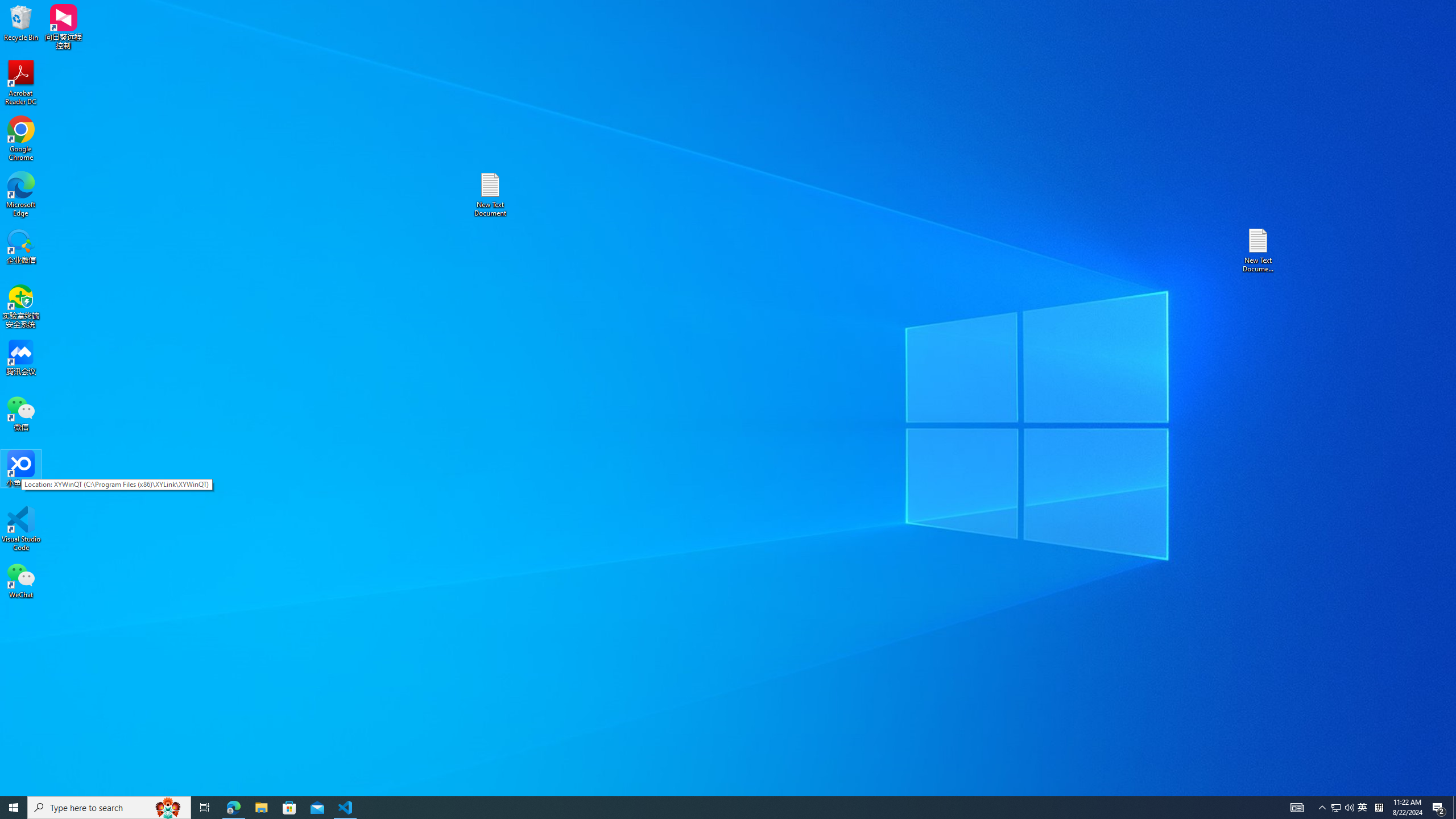 This screenshot has width=1456, height=819. Describe the element at coordinates (1342, 806) in the screenshot. I see `'User Promoted Notification Area'` at that location.